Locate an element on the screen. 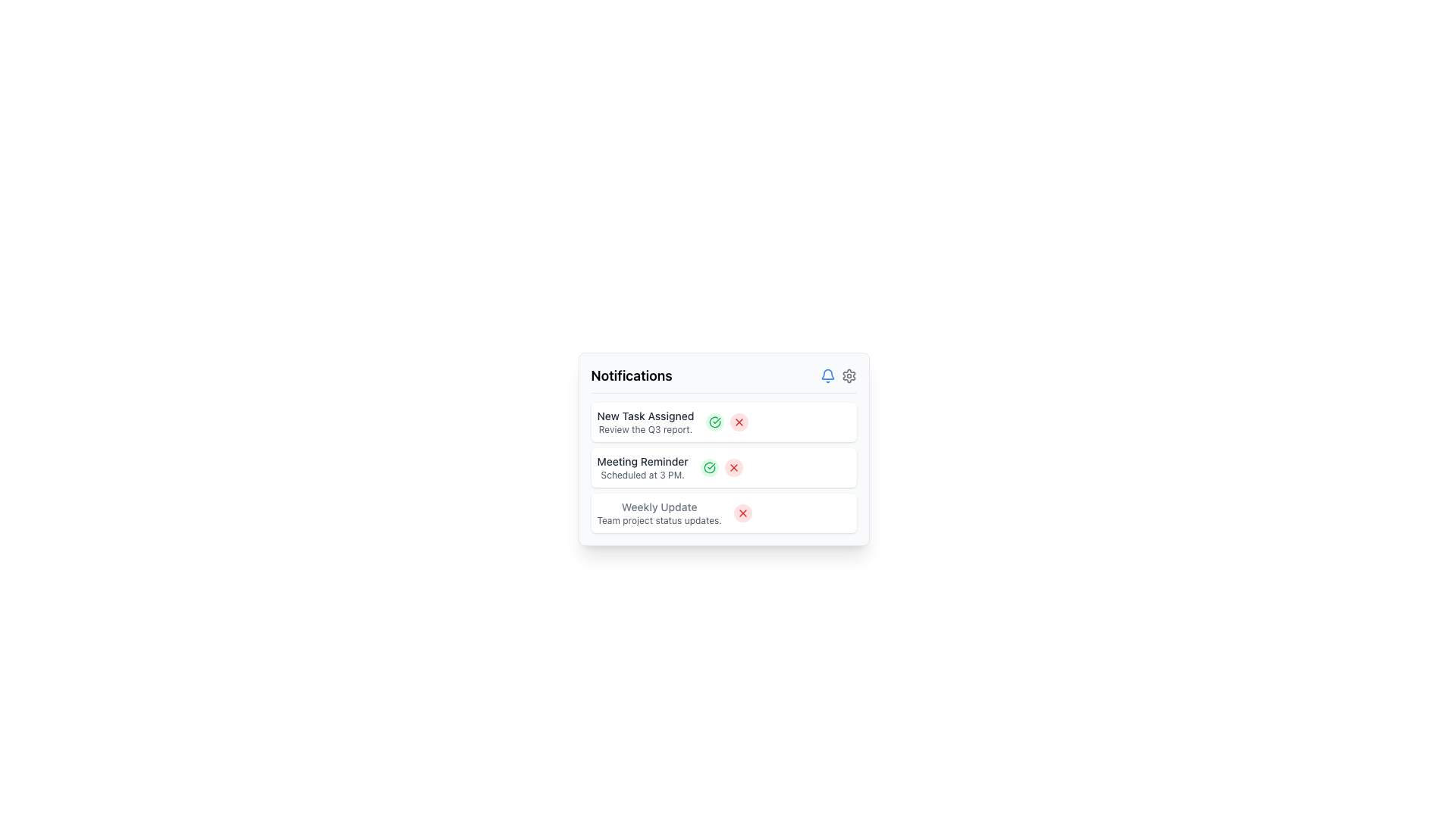 This screenshot has width=1456, height=819. text 'Weekly Update' from the title of the third notification block in the Notifications list to understand the notification topic is located at coordinates (659, 507).